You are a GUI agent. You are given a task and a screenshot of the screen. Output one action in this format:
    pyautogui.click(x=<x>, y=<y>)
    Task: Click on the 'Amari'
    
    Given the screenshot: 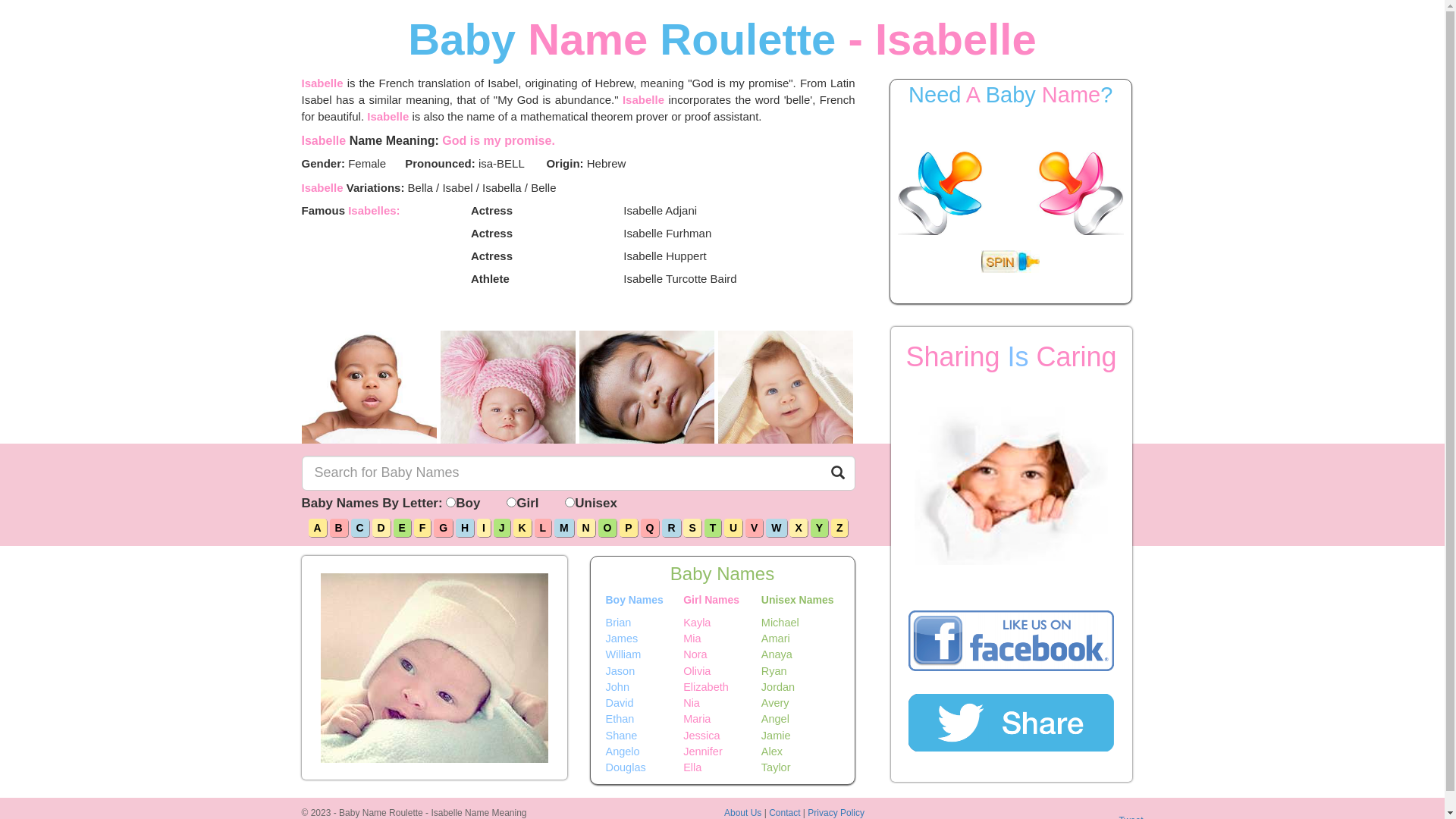 What is the action you would take?
    pyautogui.click(x=799, y=639)
    